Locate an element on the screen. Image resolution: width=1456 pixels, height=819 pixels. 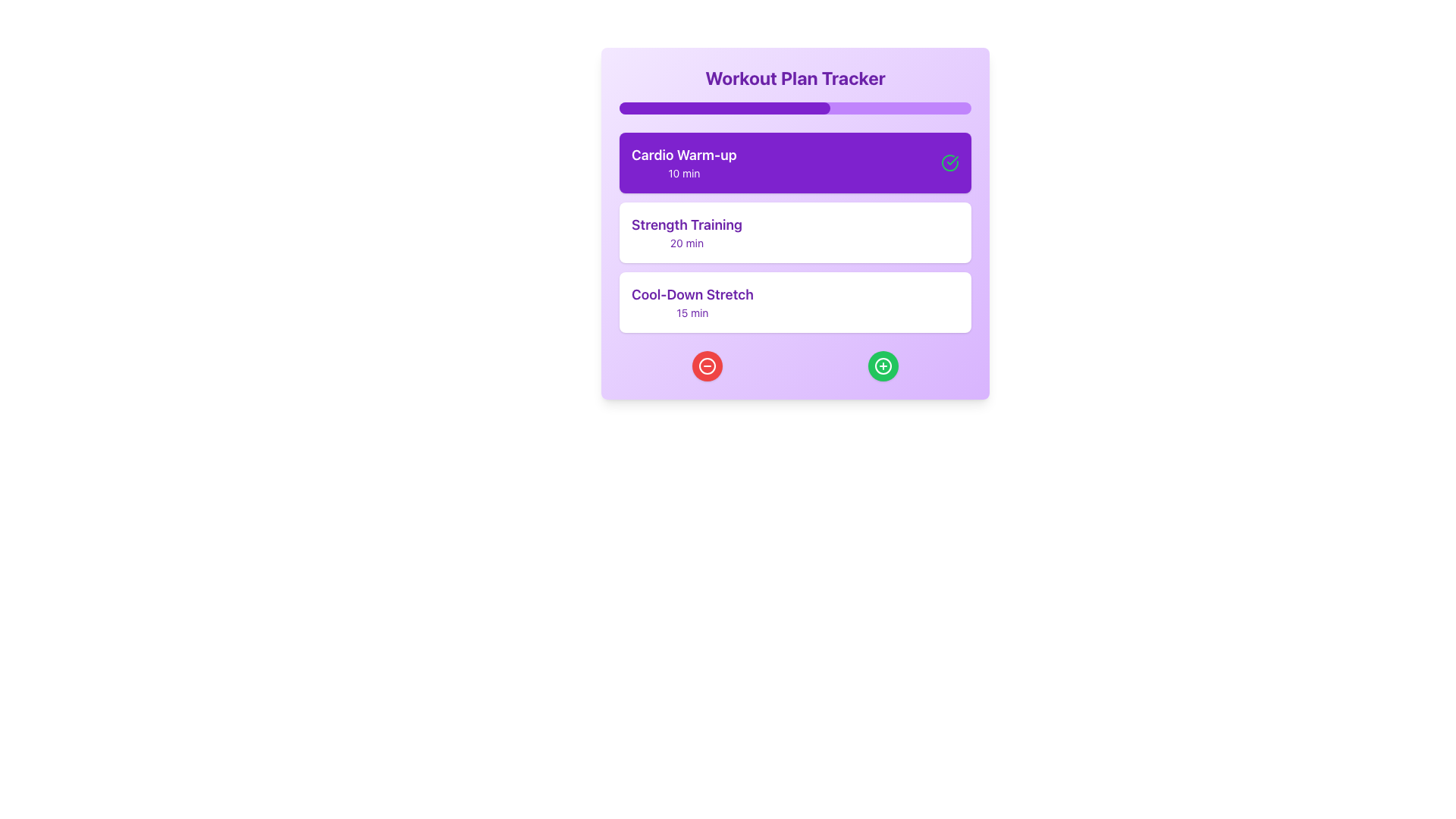
the status represented by the green checkmark icon located to the right of the 'Cardio Warm-up' button in the tracker interface is located at coordinates (952, 161).